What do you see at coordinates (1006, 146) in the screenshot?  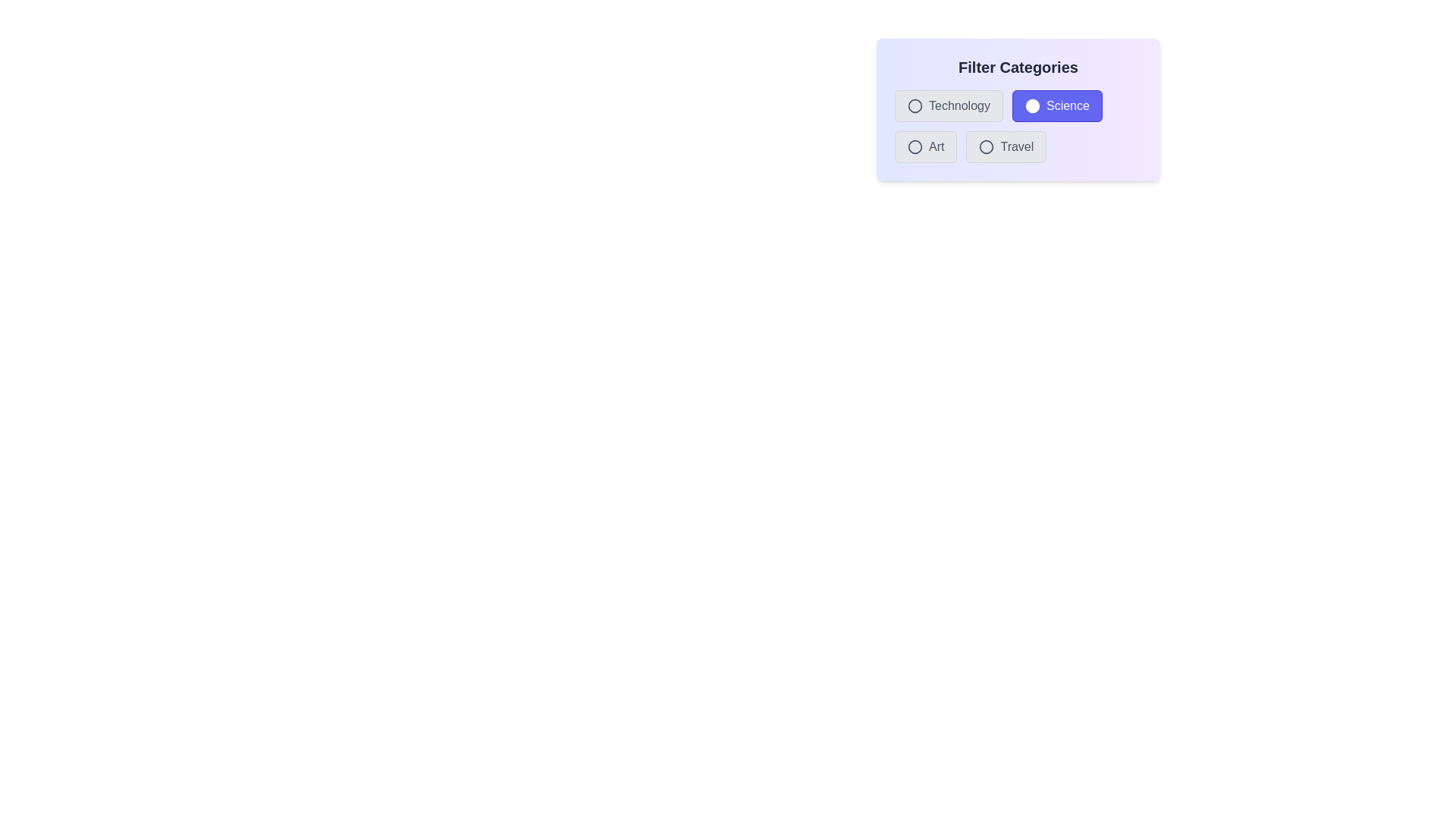 I see `the category Travel by clicking its corresponding button` at bounding box center [1006, 146].